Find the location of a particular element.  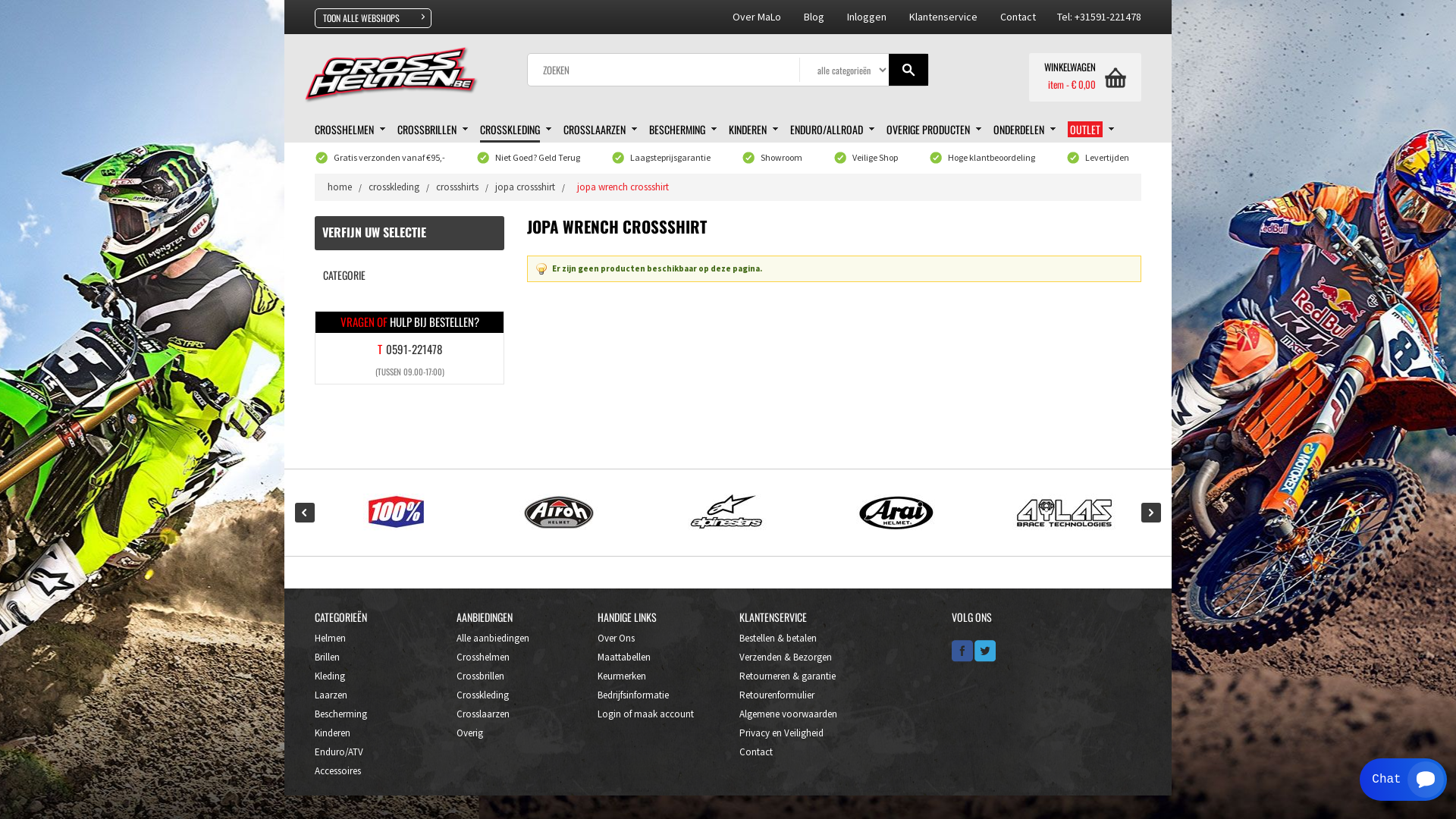

'CROSSLAARZEN' is located at coordinates (563, 128).